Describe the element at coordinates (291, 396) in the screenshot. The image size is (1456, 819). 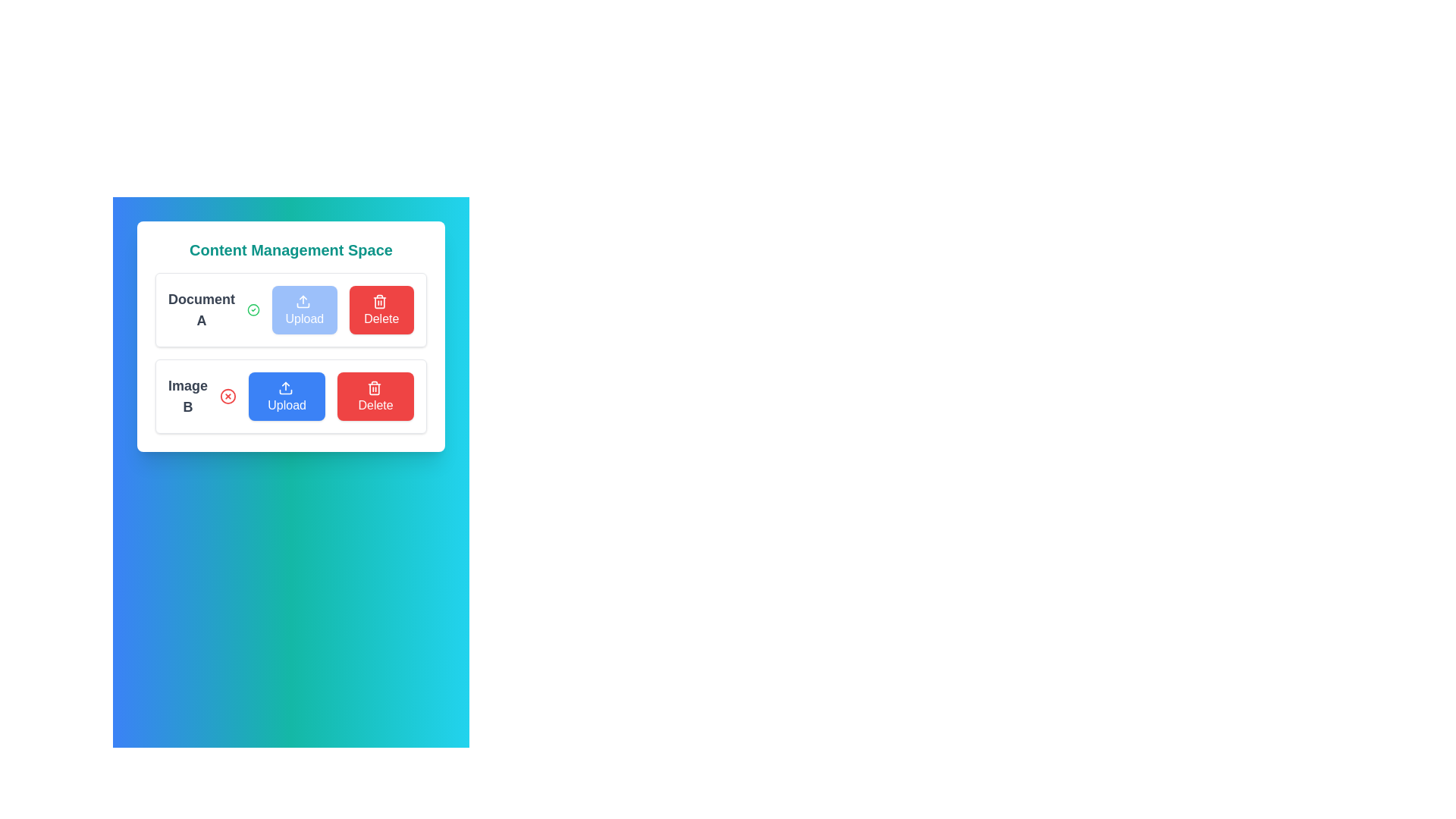
I see `the buttons in the Control row for content management` at that location.